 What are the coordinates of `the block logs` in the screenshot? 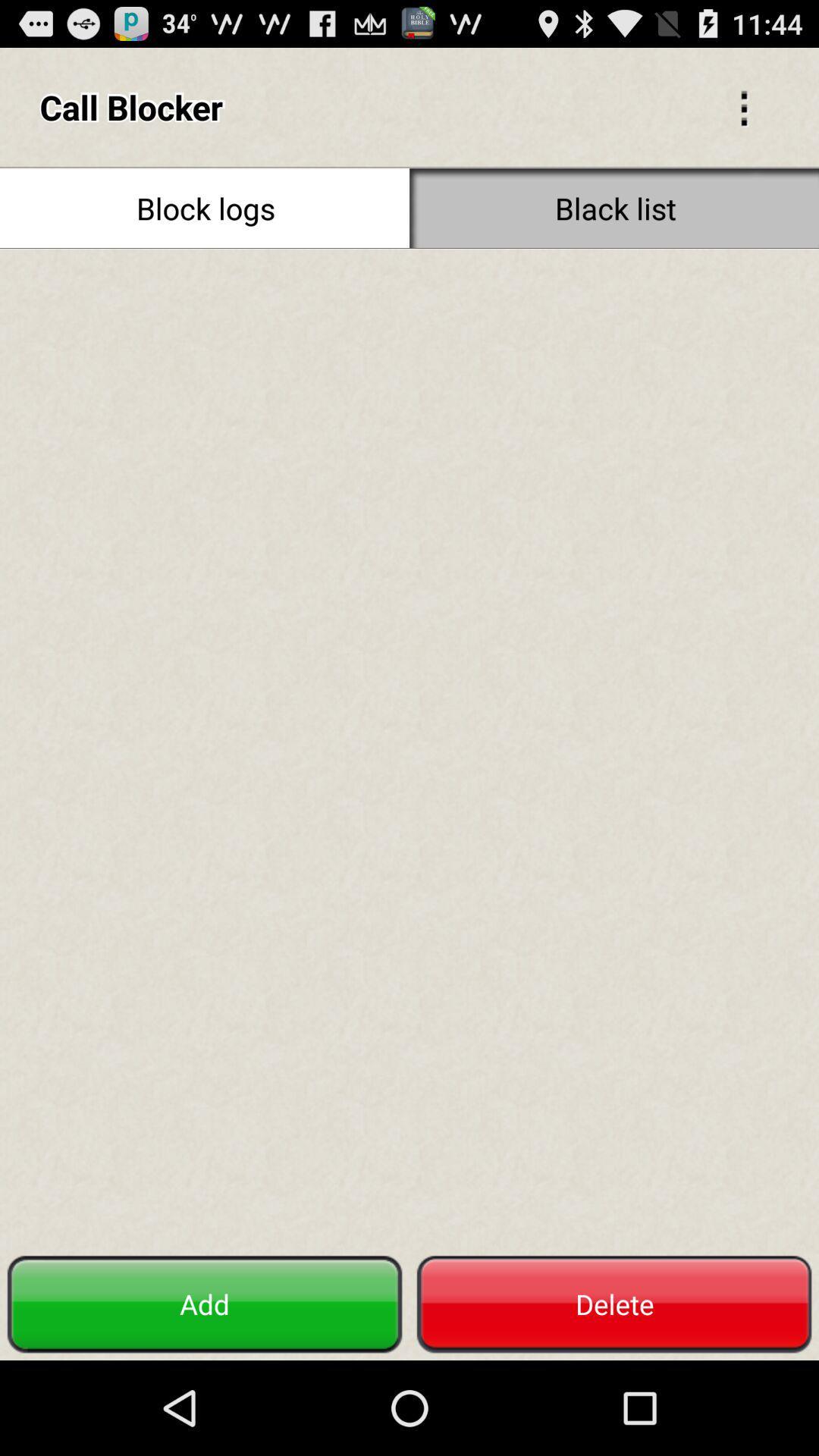 It's located at (205, 207).